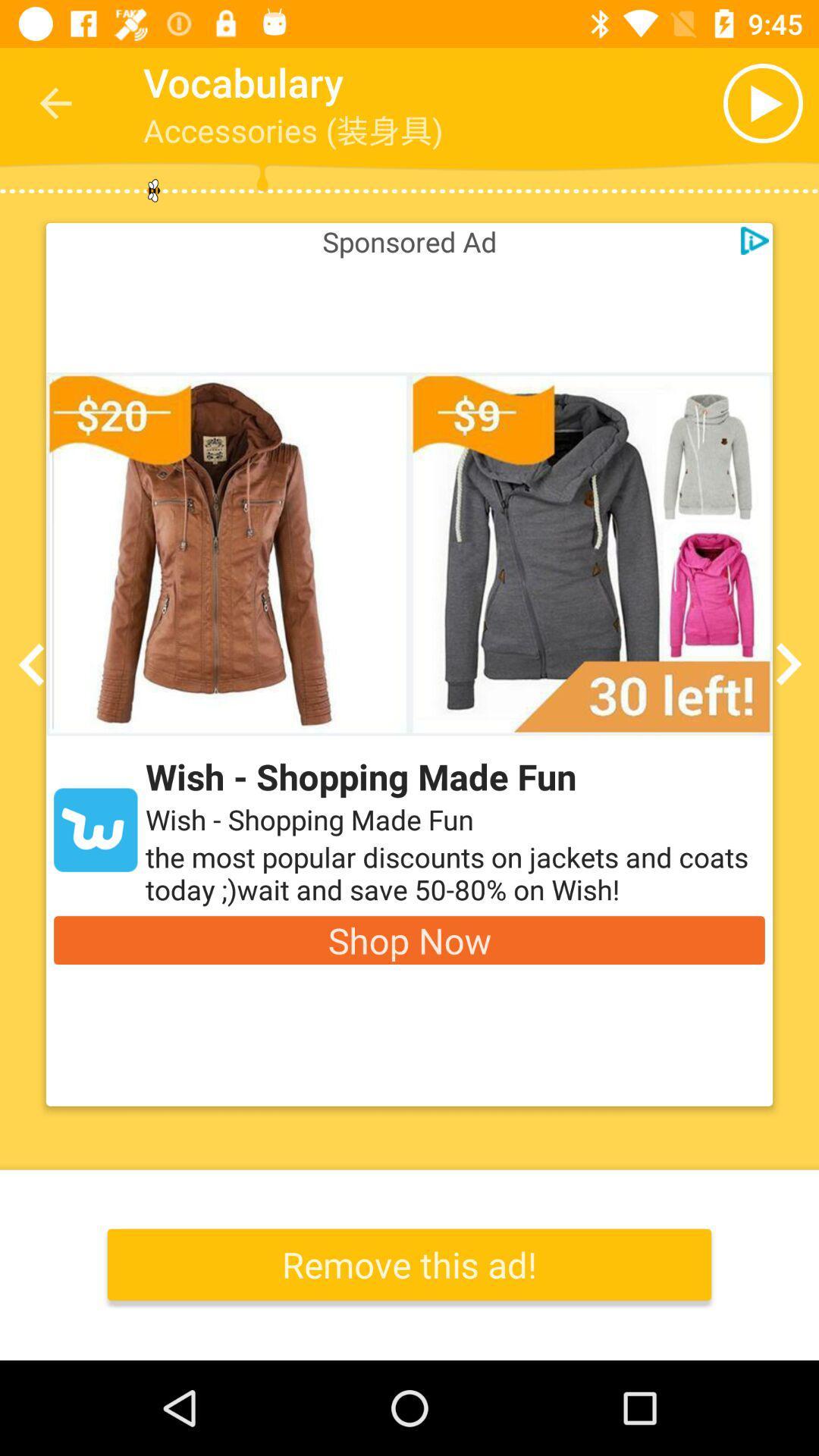  What do you see at coordinates (783, 664) in the screenshot?
I see `the arrow_forward icon` at bounding box center [783, 664].